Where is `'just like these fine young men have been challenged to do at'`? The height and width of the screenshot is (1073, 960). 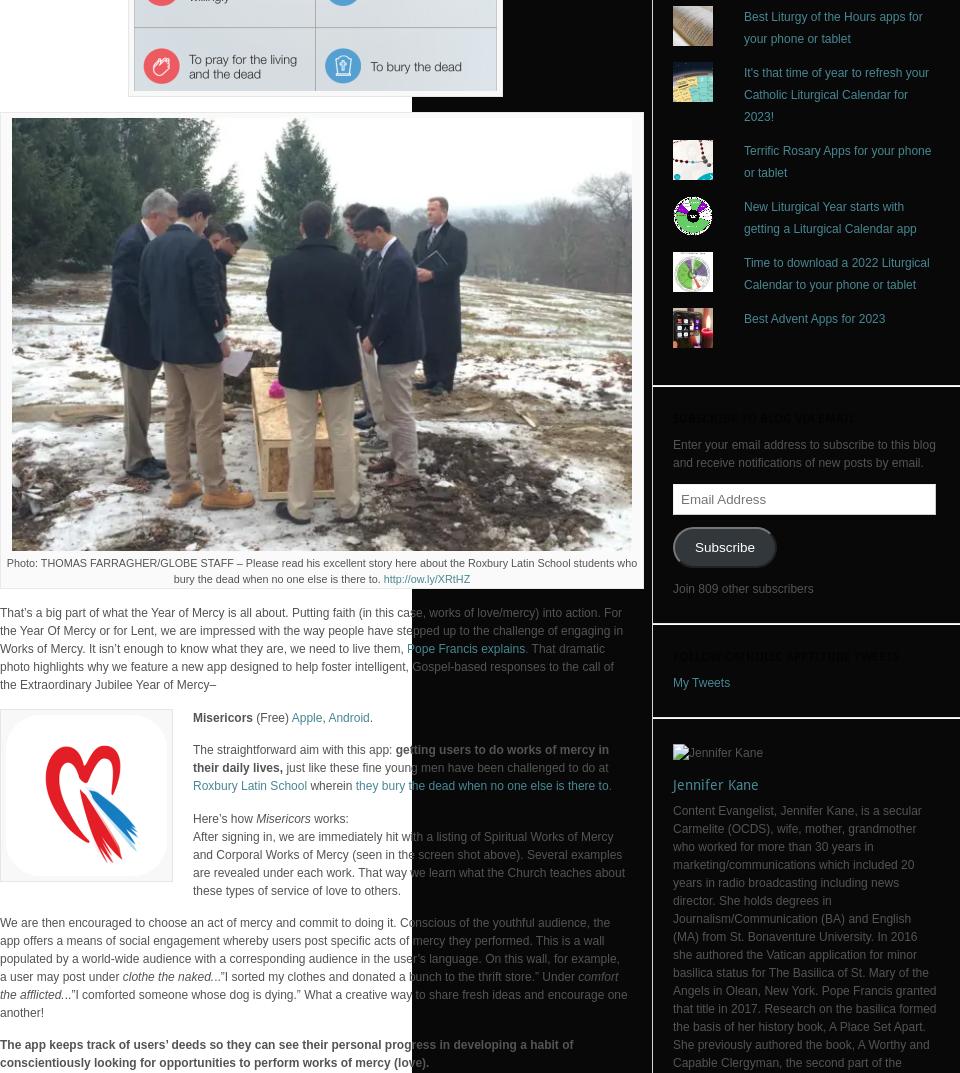
'just like these fine young men have been challenged to do at' is located at coordinates (284, 767).